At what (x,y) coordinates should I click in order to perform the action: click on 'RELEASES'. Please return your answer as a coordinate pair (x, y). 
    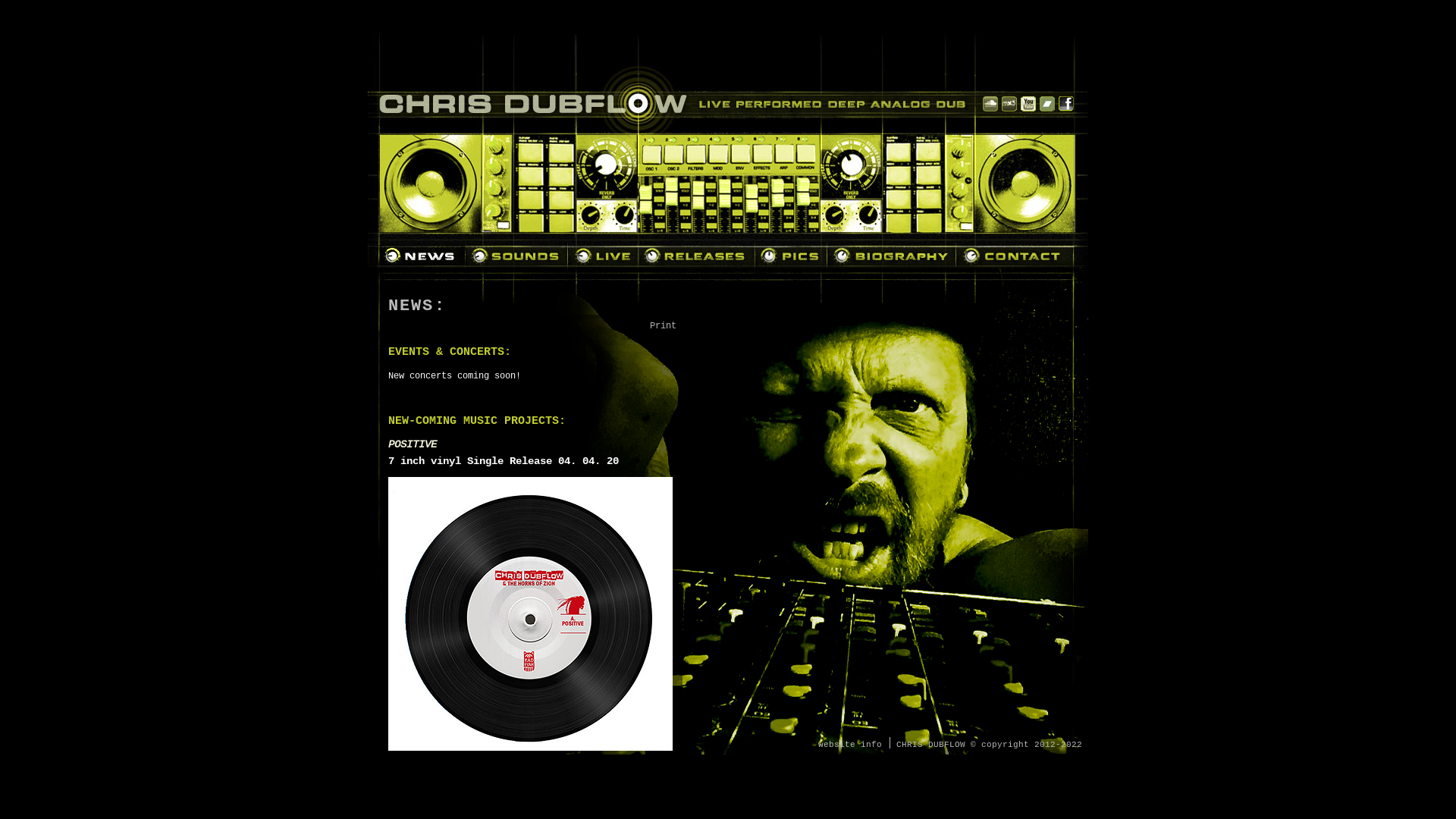
    Looking at the image, I should click on (638, 256).